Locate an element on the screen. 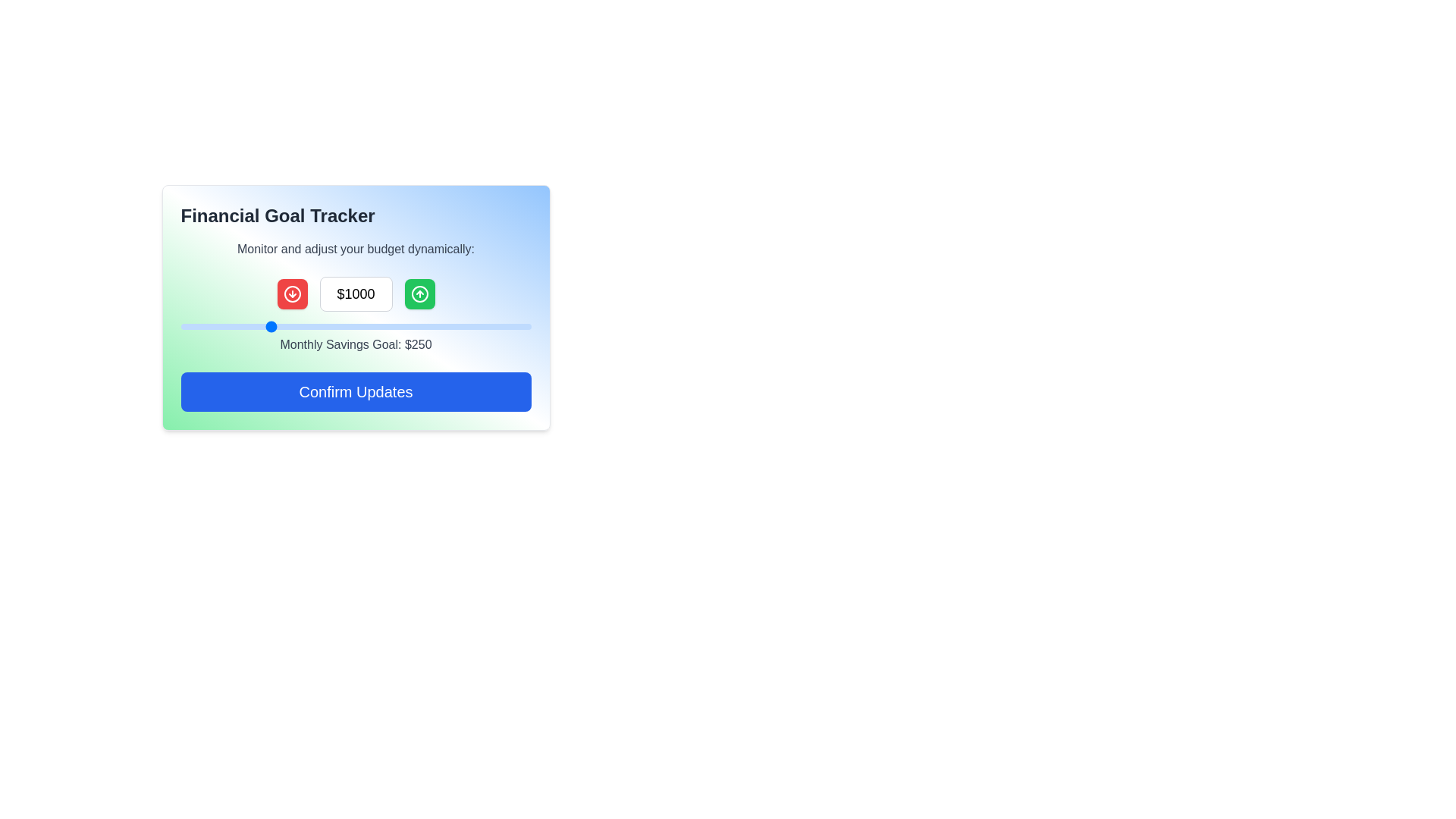 This screenshot has width=1456, height=819. the Circular SVG element, which is part of the 'circle-arrow-up' icon located in the center of the green circular control on the right side of the interface is located at coordinates (419, 294).